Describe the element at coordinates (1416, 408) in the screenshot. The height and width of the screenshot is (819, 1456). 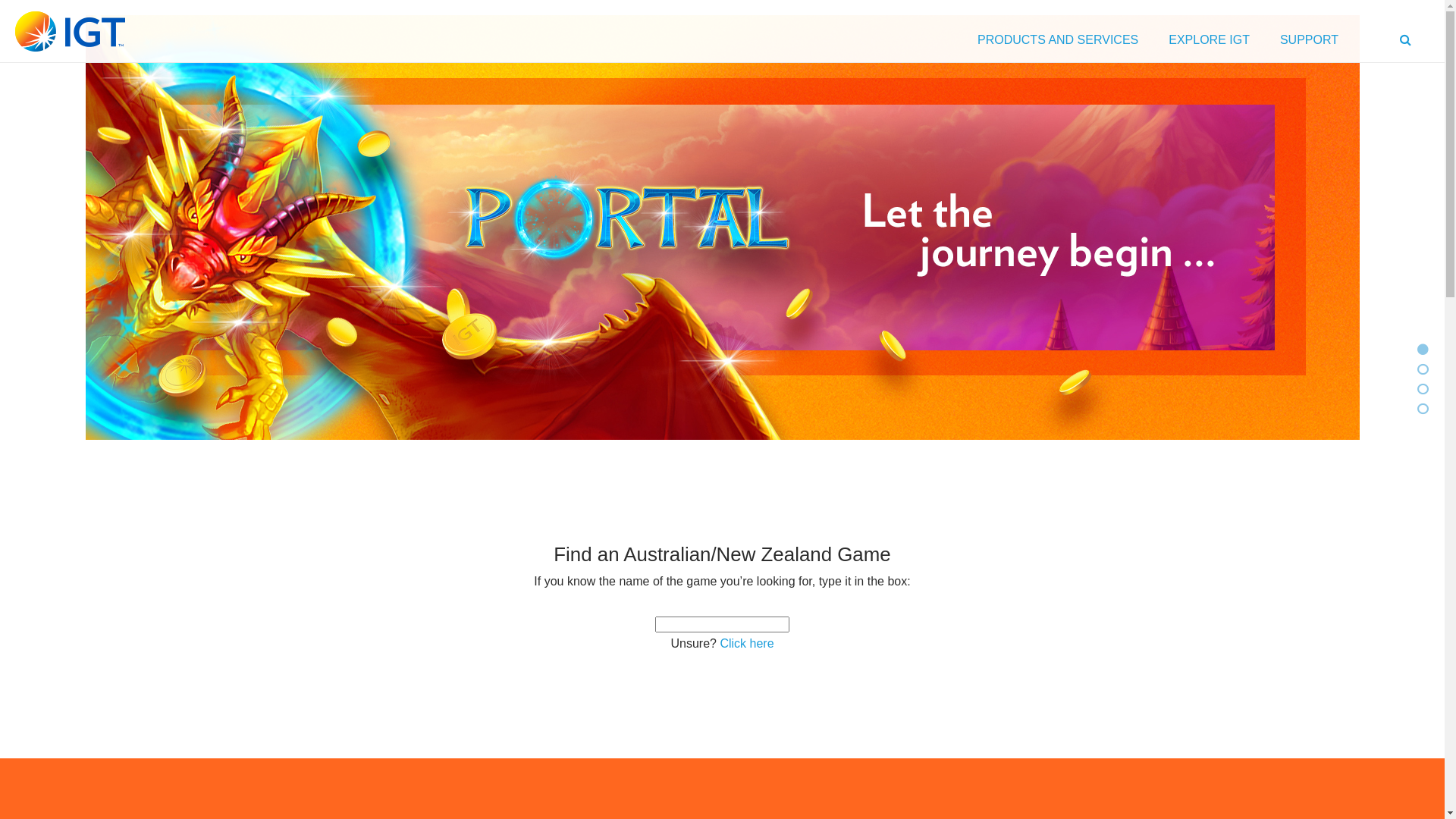
I see `'Industry Leading Products & Services'` at that location.